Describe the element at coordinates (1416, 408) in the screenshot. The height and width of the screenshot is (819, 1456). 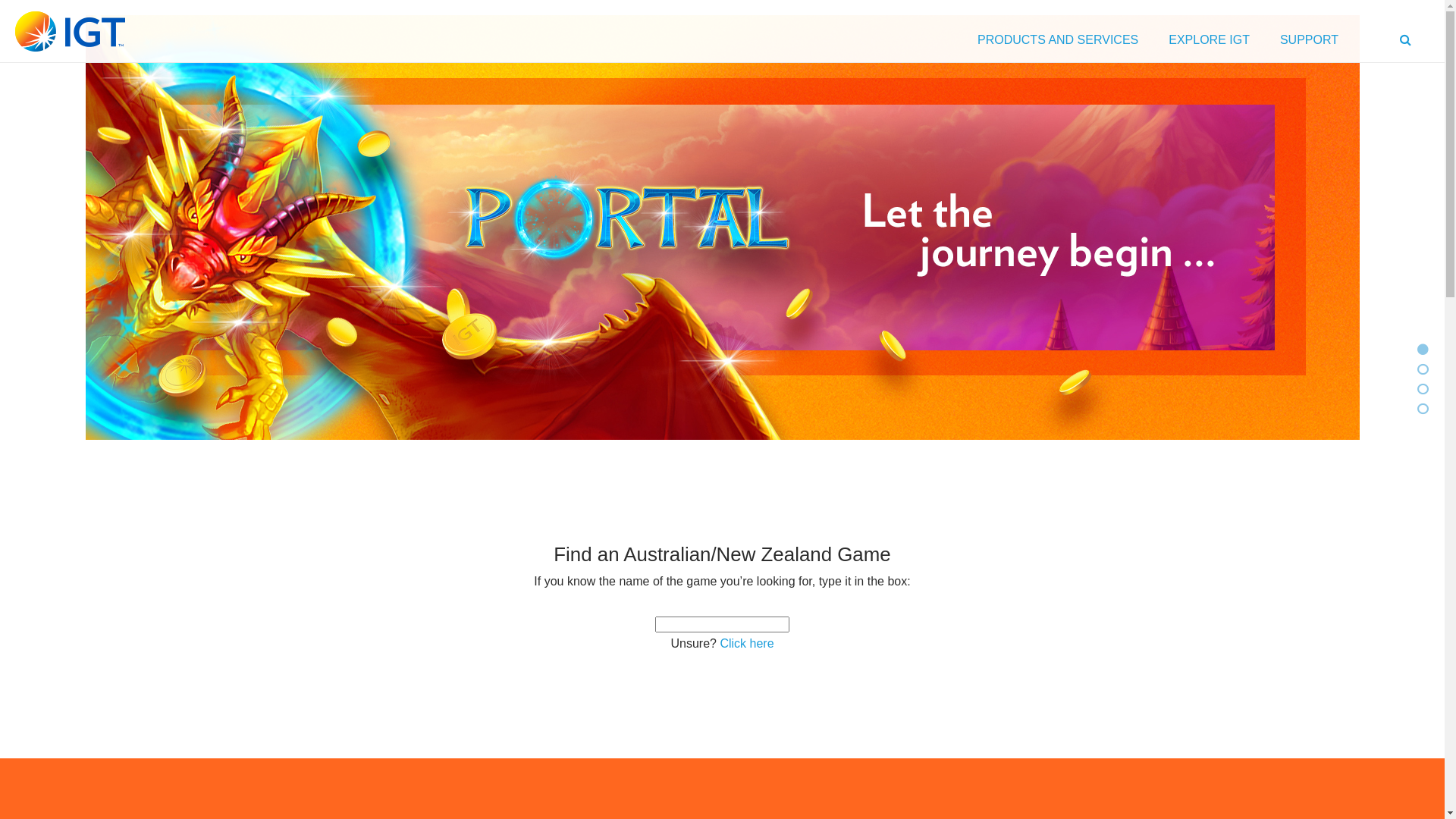
I see `'Industry Leading Products & Services'` at that location.